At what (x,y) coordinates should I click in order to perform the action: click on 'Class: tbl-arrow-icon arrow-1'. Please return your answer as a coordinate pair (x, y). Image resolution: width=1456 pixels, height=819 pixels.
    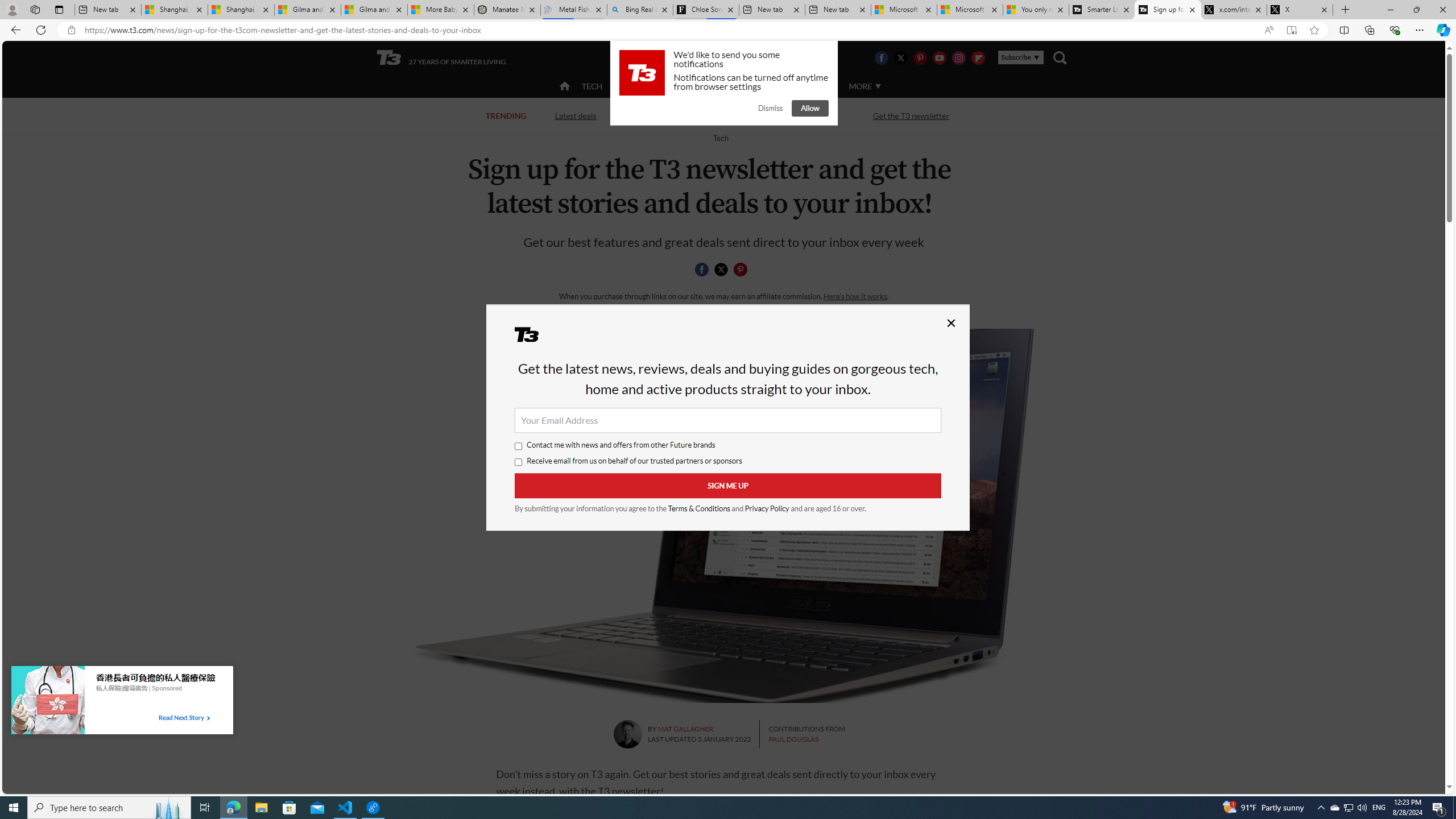
    Looking at the image, I should click on (208, 717).